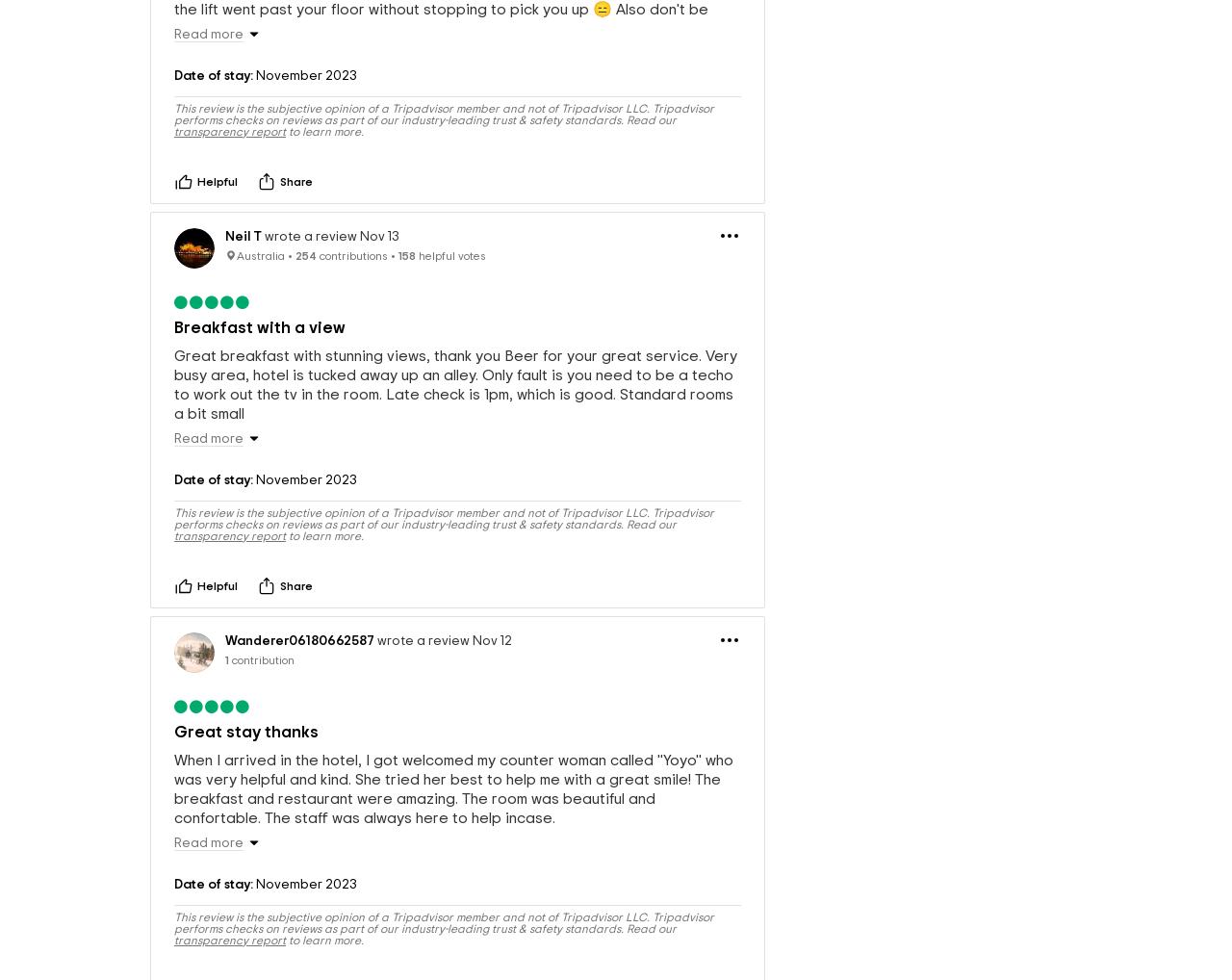  Describe the element at coordinates (224, 289) in the screenshot. I see `'Neil T'` at that location.